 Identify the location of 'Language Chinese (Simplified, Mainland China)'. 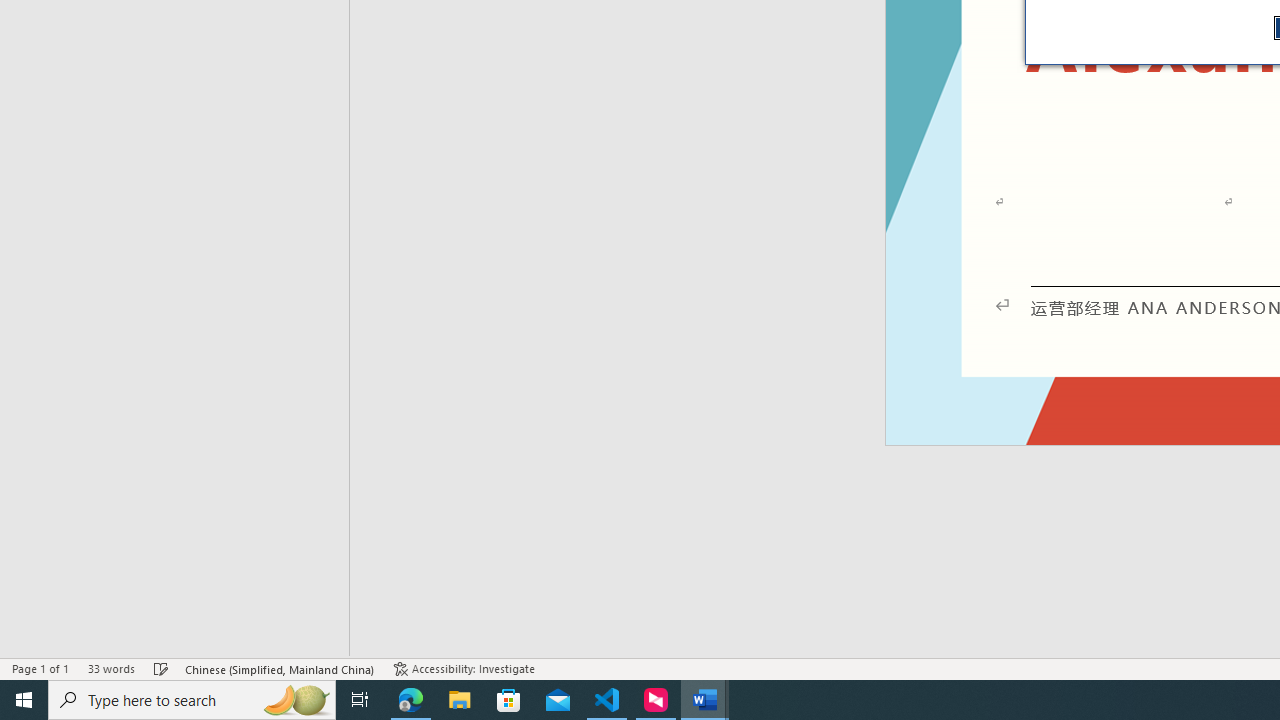
(279, 669).